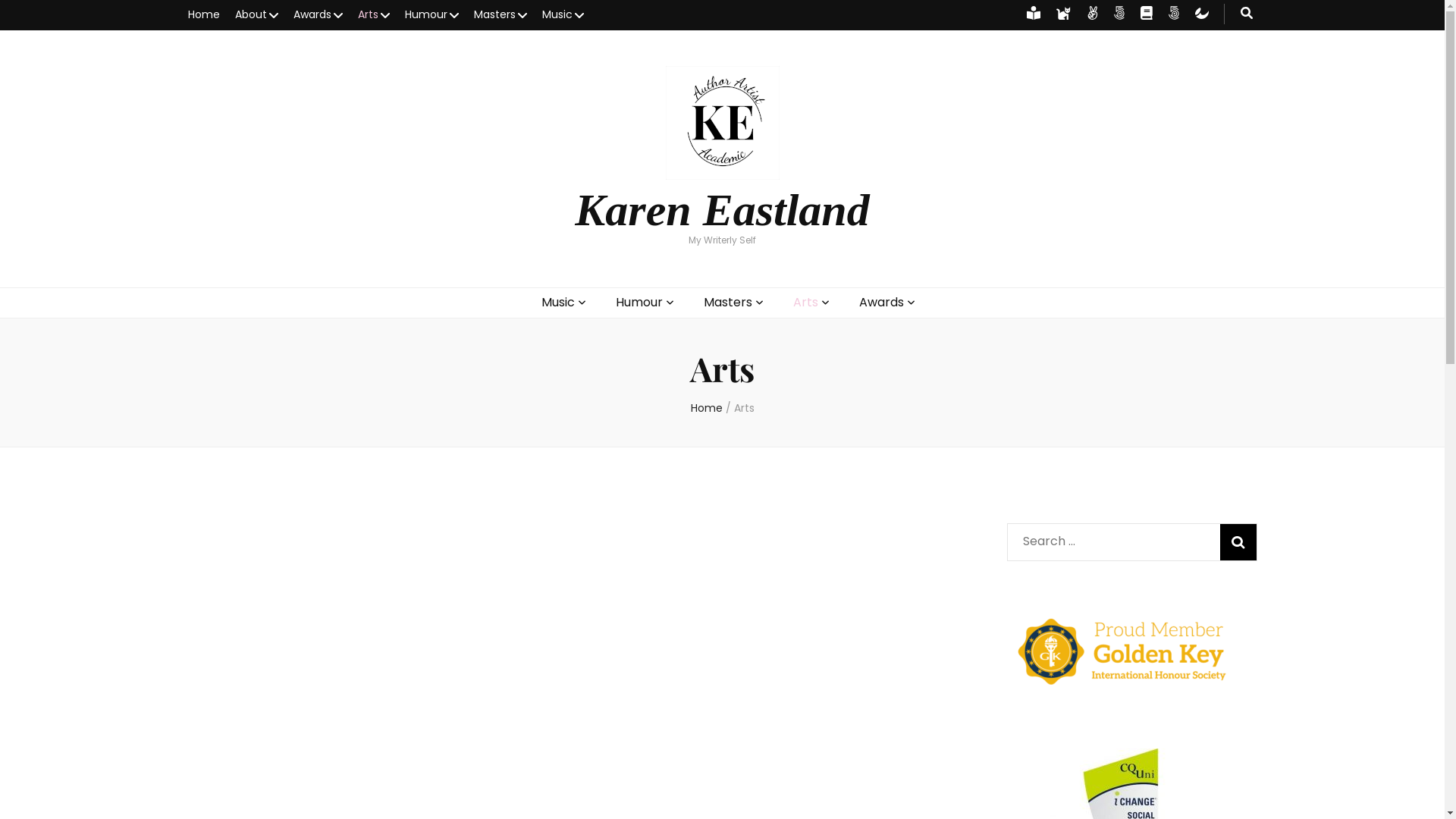  What do you see at coordinates (744, 406) in the screenshot?
I see `'Arts'` at bounding box center [744, 406].